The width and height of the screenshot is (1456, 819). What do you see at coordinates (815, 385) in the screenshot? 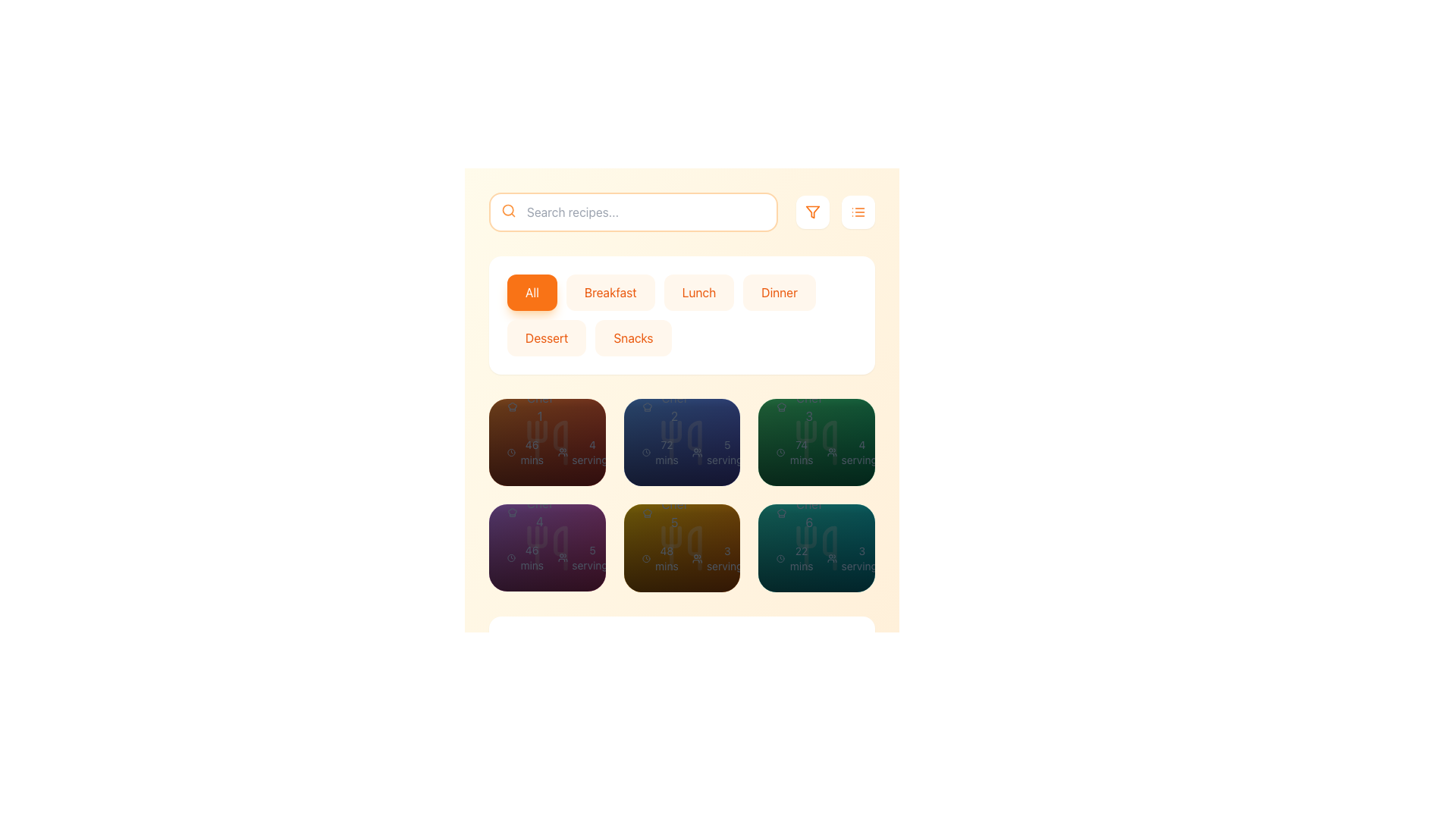
I see `the recipe summary block that displays the name and author of the recipe, located in the center of the interface as the first block in the second row of the recipe grid` at bounding box center [815, 385].